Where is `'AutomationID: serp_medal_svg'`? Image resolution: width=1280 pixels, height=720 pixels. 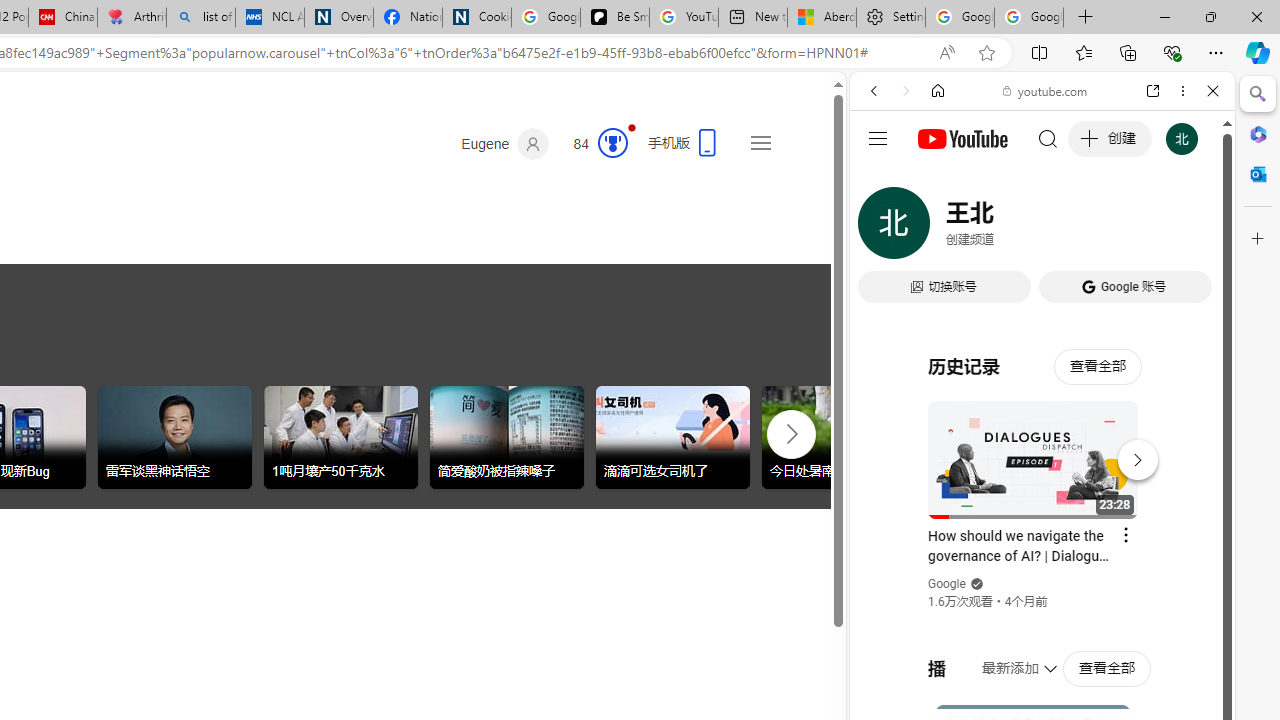
'AutomationID: serp_medal_svg' is located at coordinates (611, 141).